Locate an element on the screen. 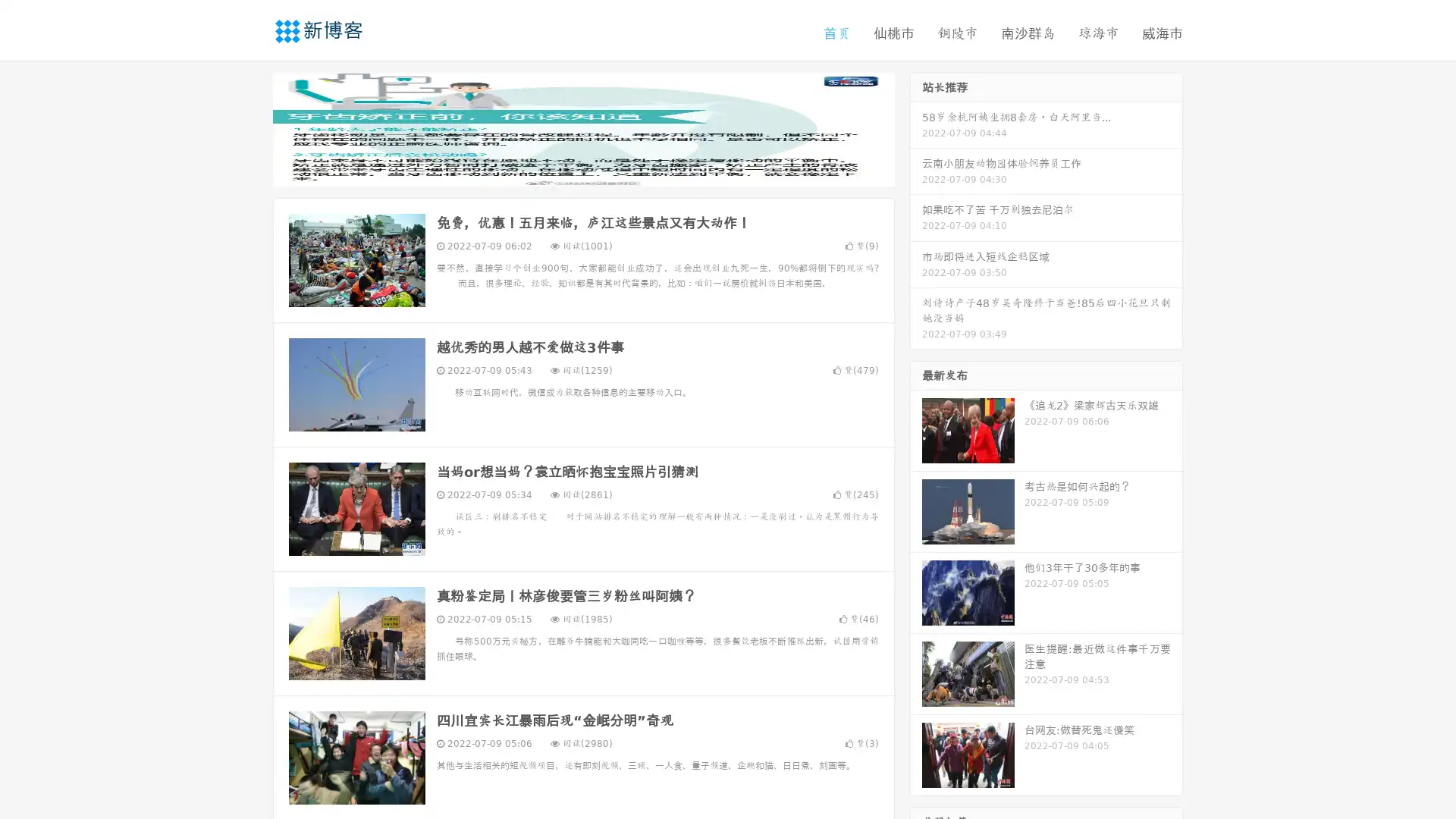 The height and width of the screenshot is (819, 1456). Go to slide 3 is located at coordinates (598, 171).